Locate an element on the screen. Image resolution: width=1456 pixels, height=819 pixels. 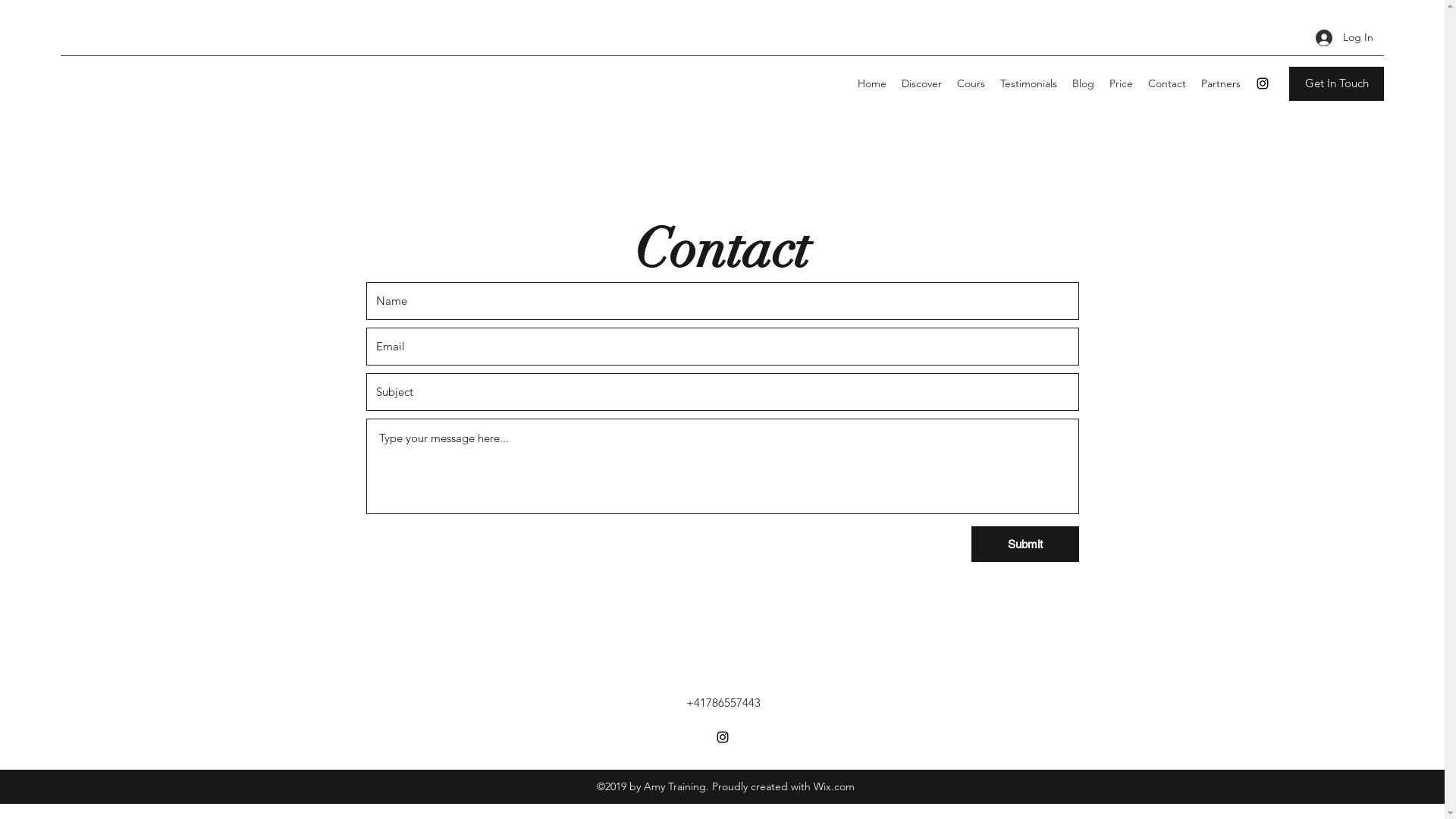
'Price' is located at coordinates (1102, 83).